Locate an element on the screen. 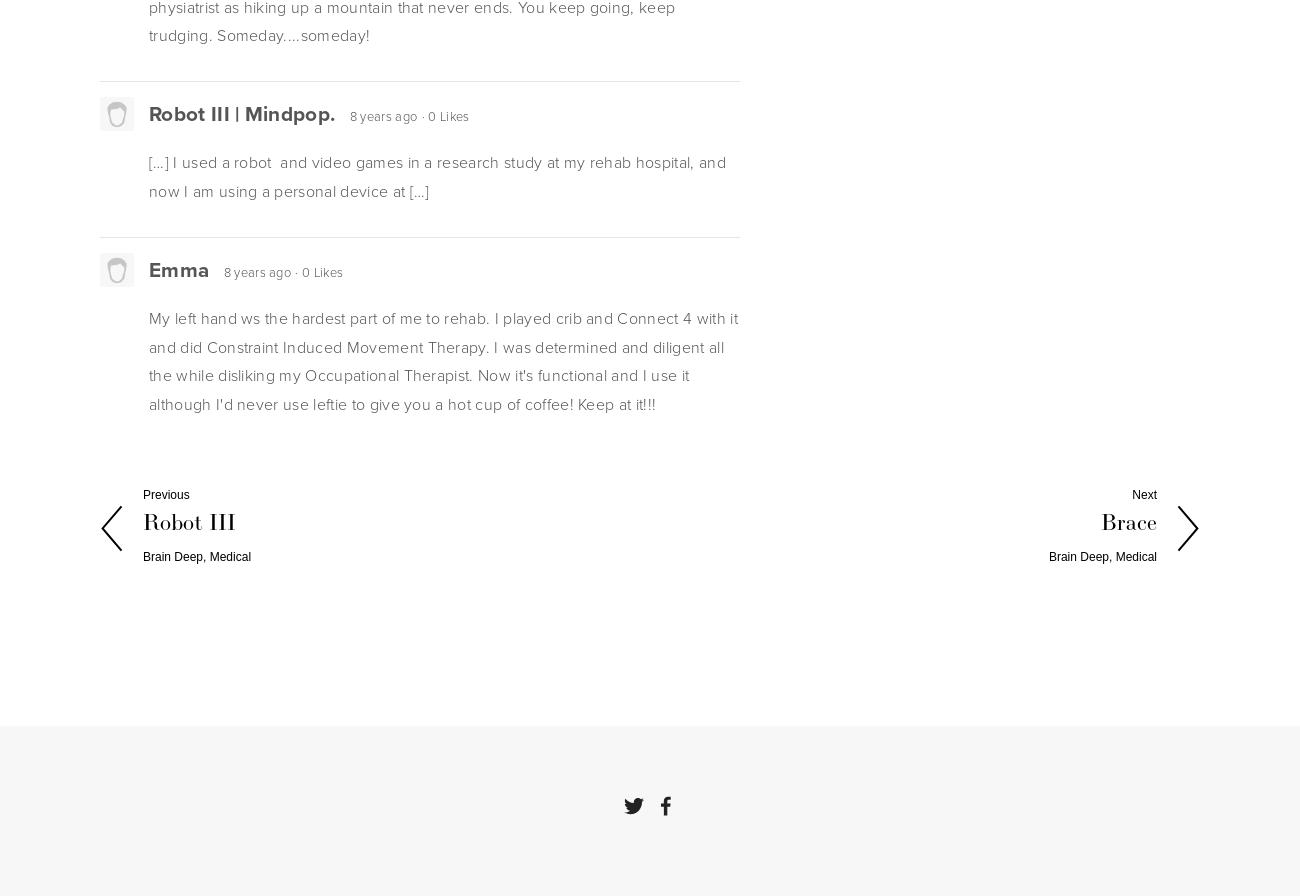 This screenshot has width=1300, height=896. 'Brace' is located at coordinates (1128, 523).